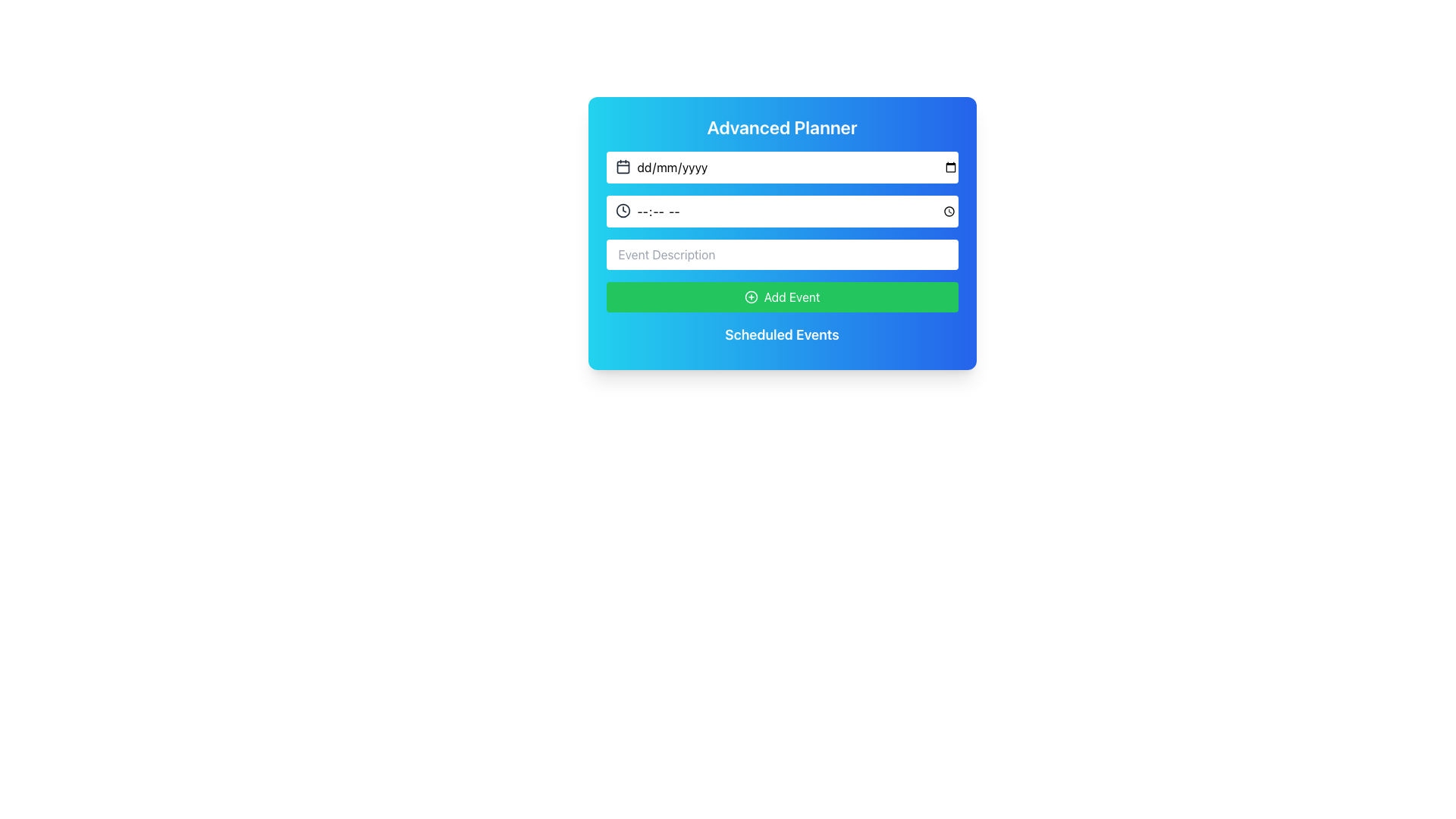 Image resolution: width=1456 pixels, height=819 pixels. Describe the element at coordinates (623, 167) in the screenshot. I see `the decorative rectangular shape within the calendar icon located on the left side of the date input in the 'Advanced Planner' interface` at that location.